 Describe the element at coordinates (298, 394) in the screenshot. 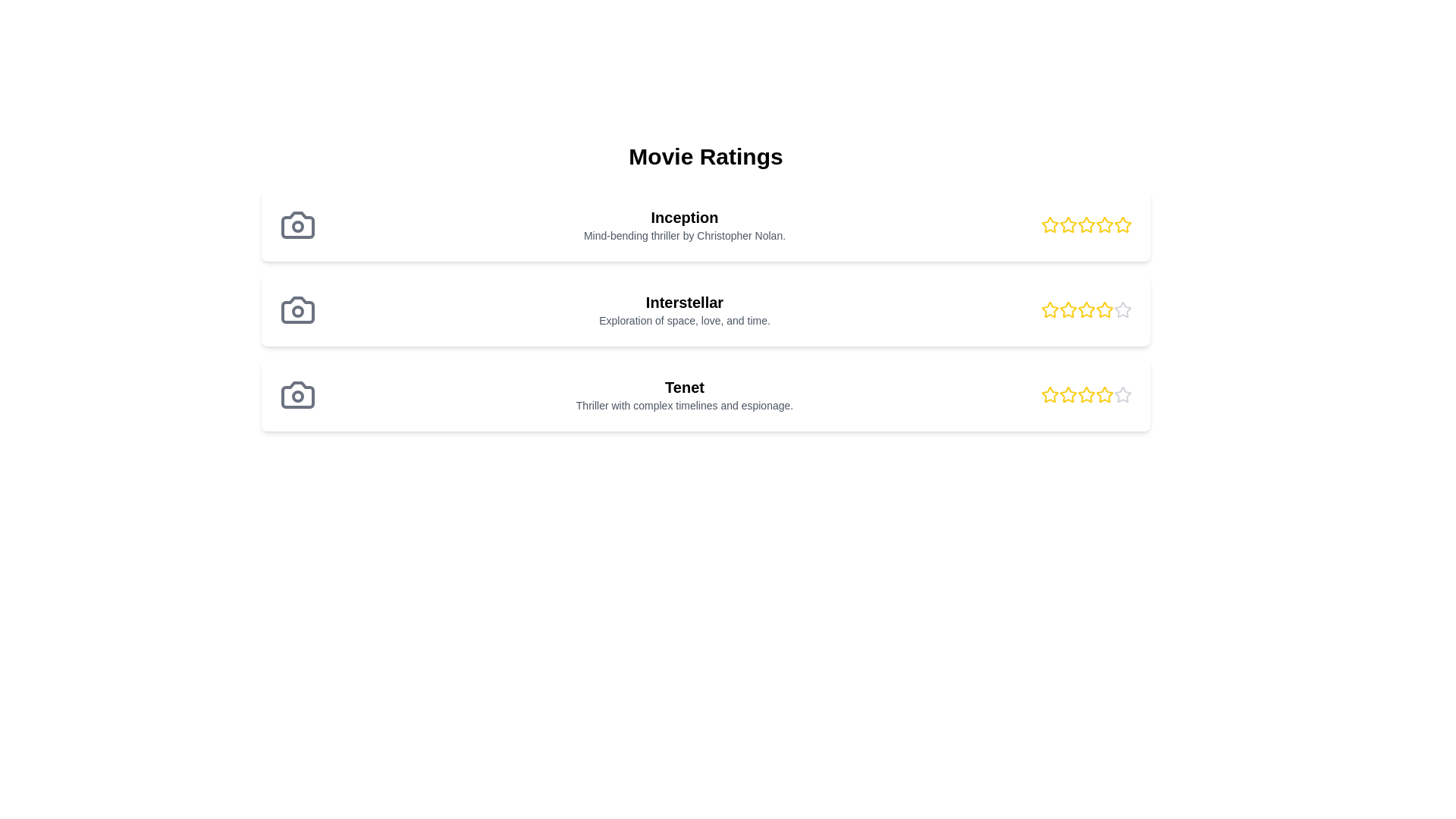

I see `the decorative media icon located at the top-left of the third row, which serves as a visual cue for media-related content` at that location.